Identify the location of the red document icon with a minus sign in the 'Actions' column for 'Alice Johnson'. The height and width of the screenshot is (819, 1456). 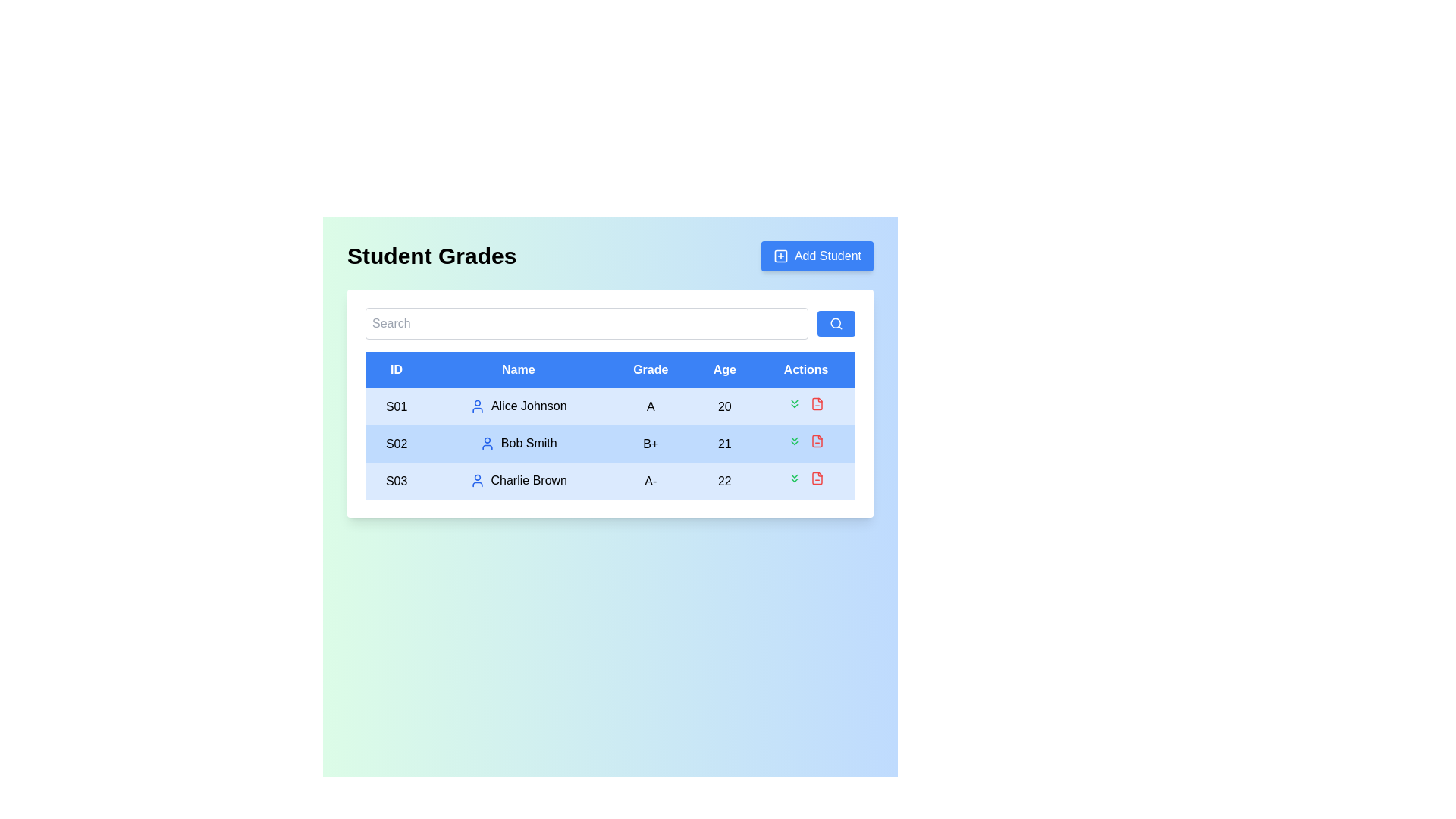
(817, 403).